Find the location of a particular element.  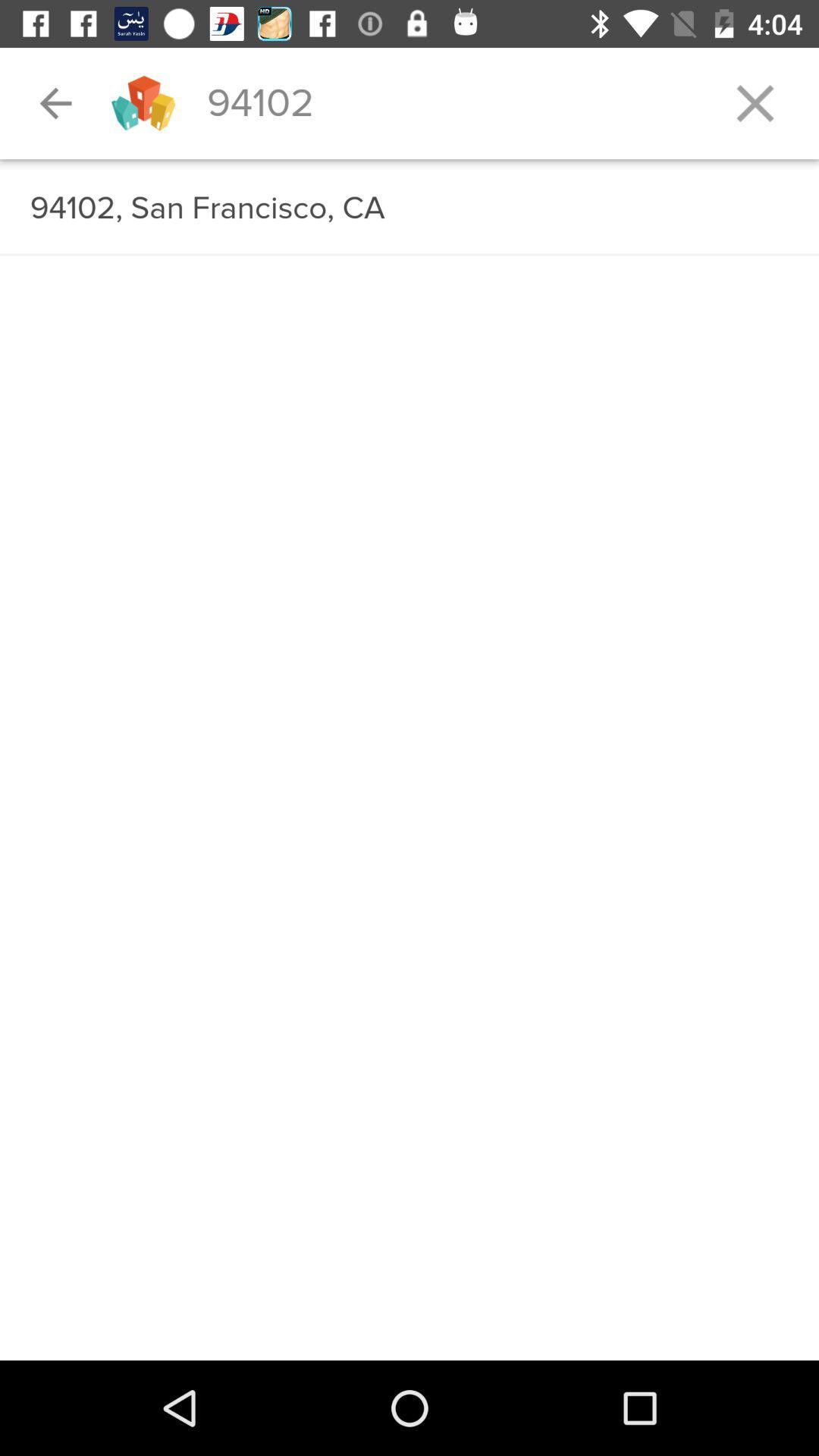

the item above the 94102 san francisco is located at coordinates (409, 160).